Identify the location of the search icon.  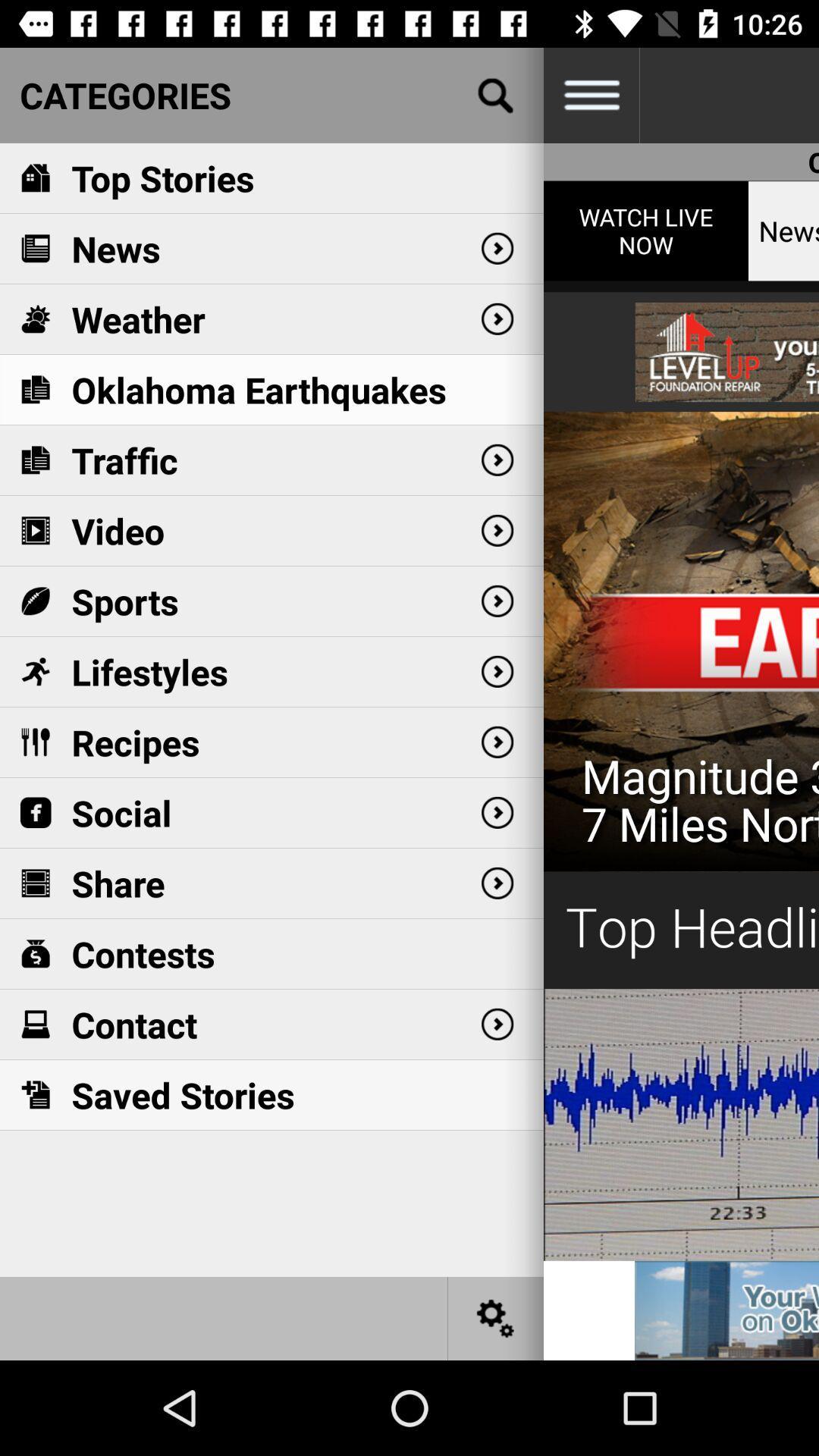
(496, 94).